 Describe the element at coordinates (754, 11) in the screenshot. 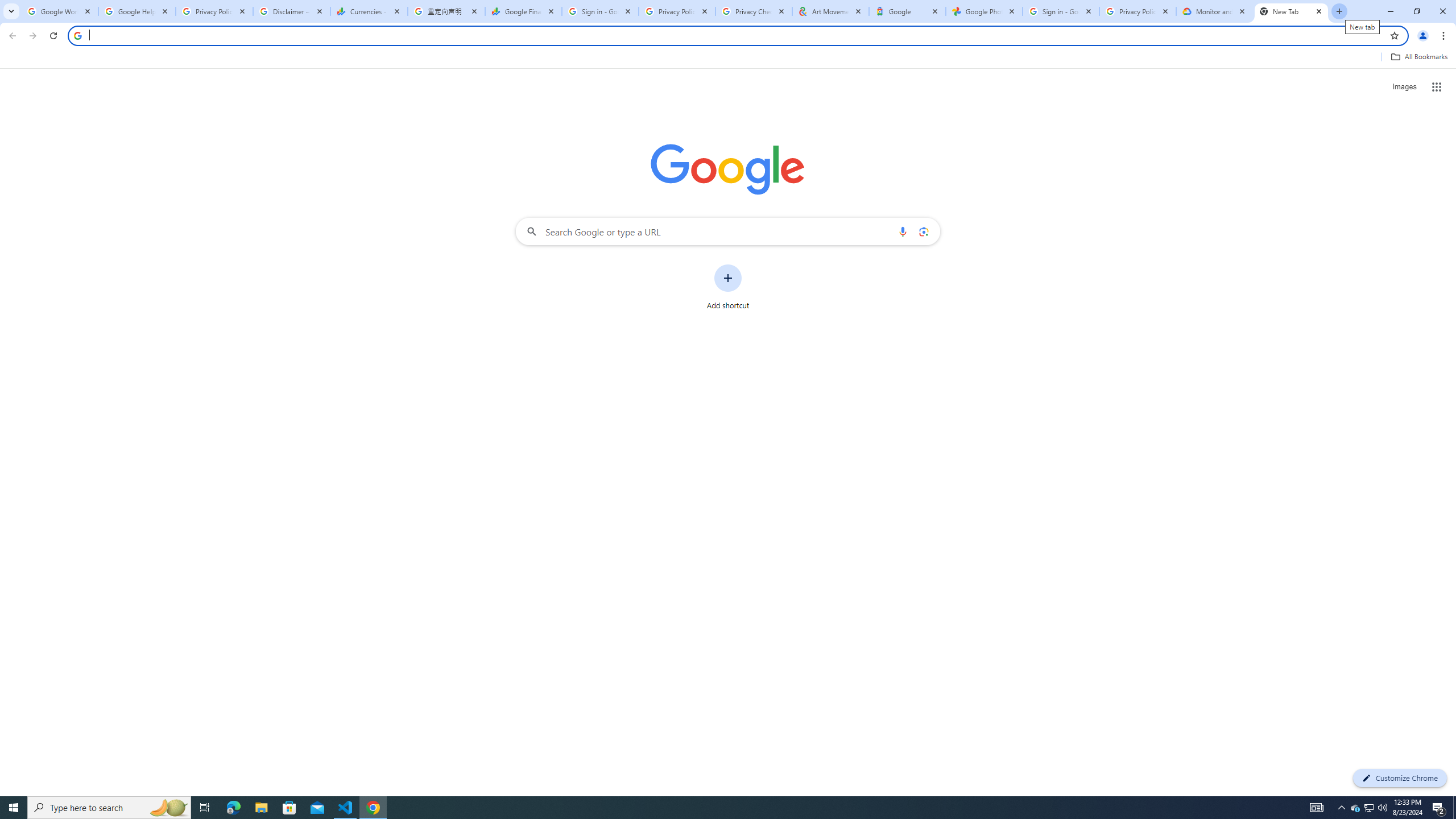

I see `'Privacy Checkup'` at that location.